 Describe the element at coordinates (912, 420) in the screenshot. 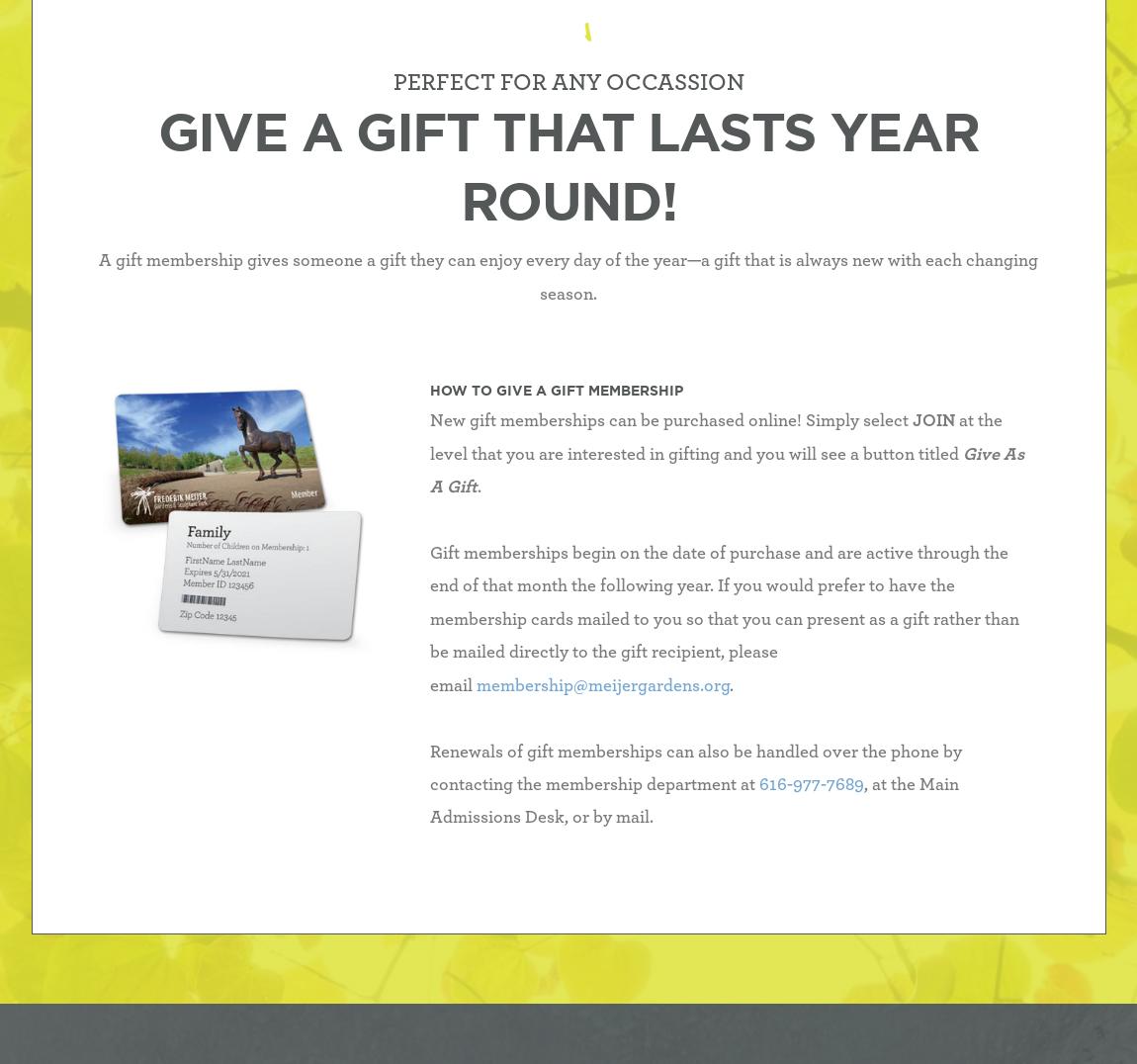

I see `'JOIN'` at that location.